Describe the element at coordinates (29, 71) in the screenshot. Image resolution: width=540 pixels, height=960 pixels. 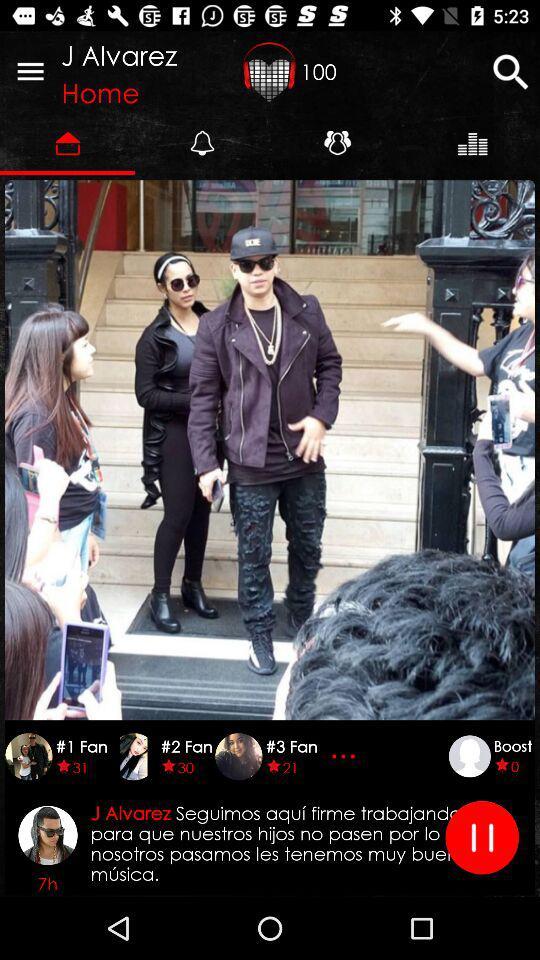
I see `open menu options` at that location.